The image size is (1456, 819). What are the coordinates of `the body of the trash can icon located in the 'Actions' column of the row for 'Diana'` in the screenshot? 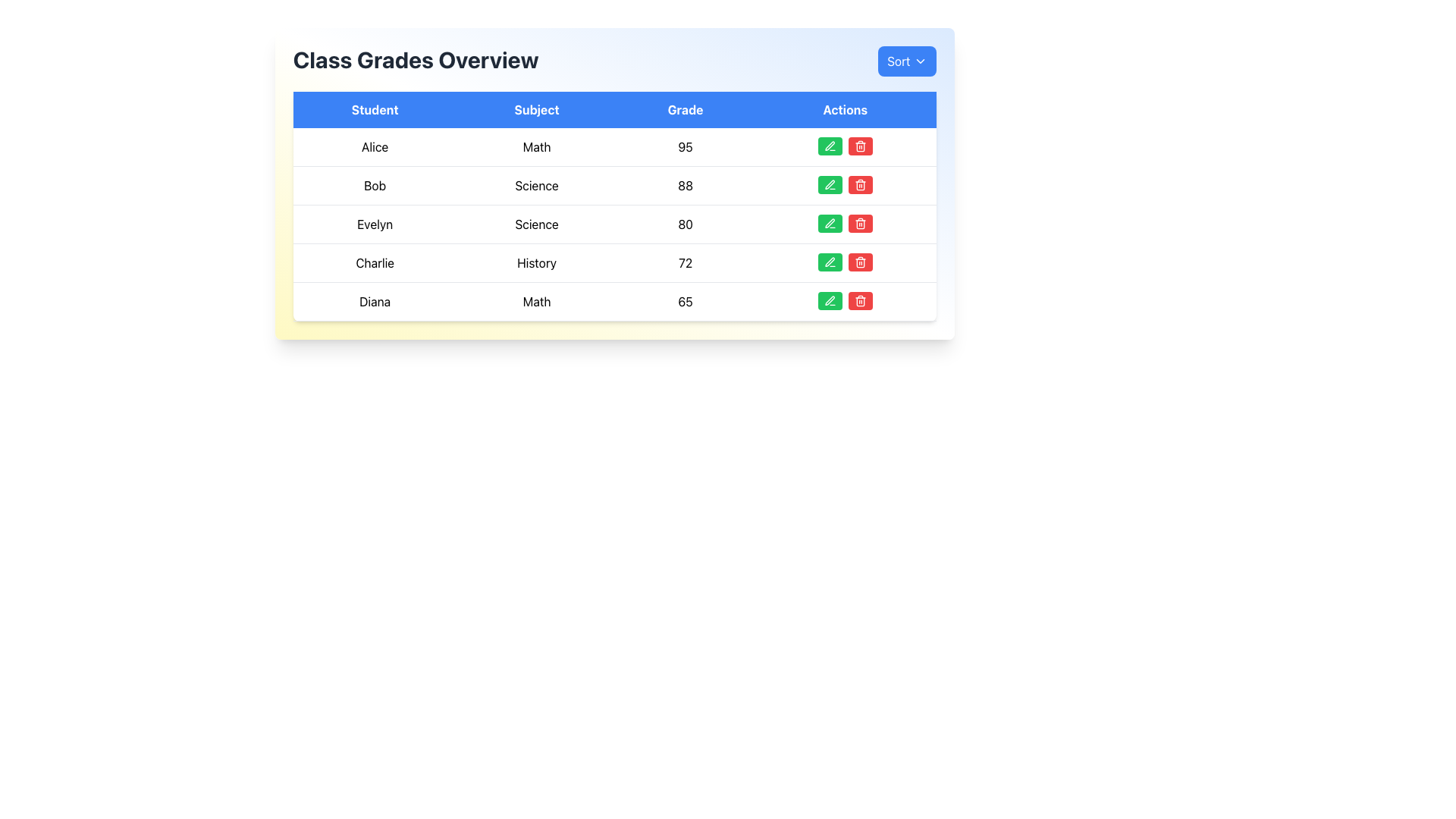 It's located at (860, 147).